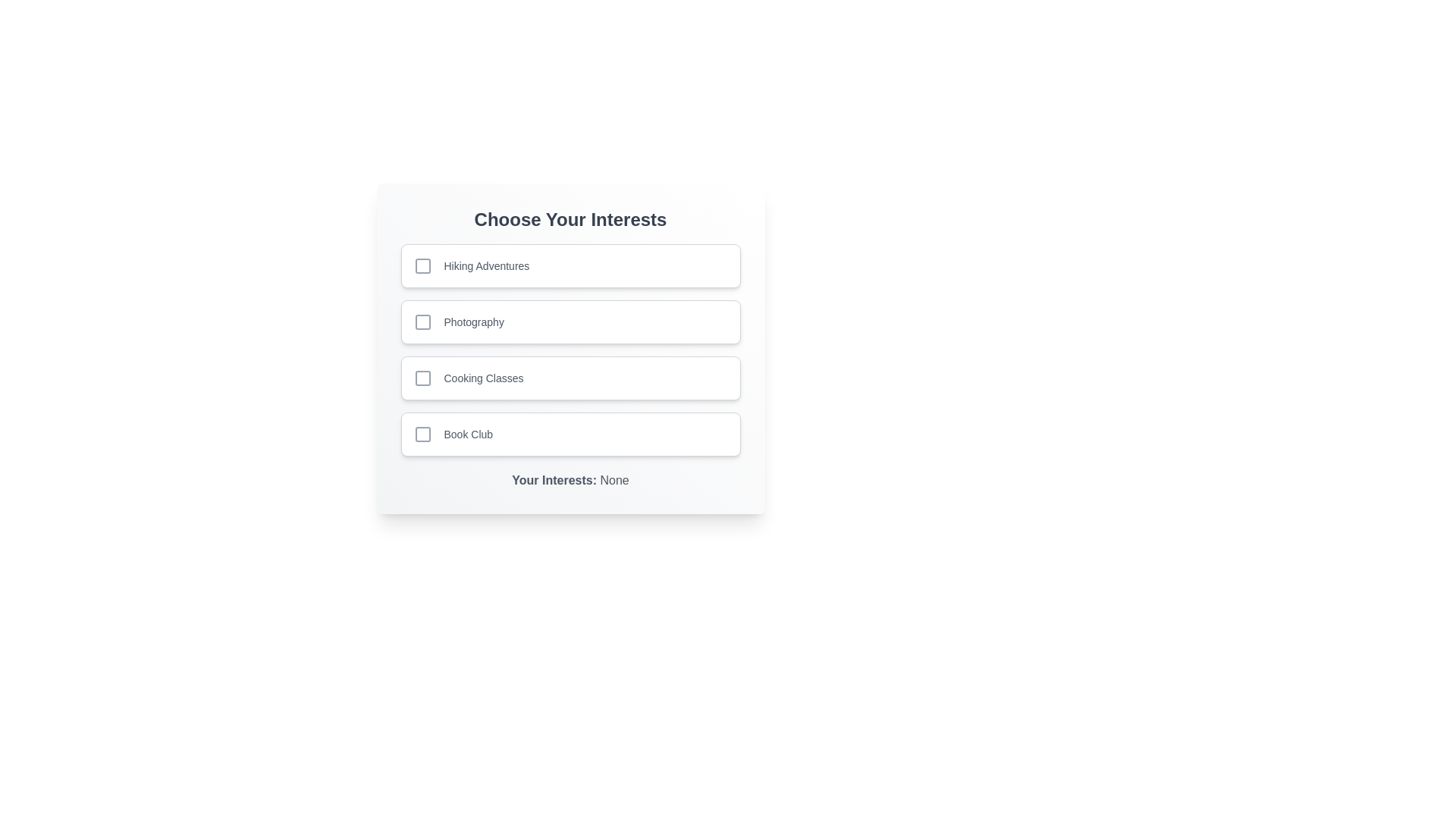  What do you see at coordinates (555, 480) in the screenshot?
I see `the text label 'Your Interests:' which is styled in bold and is located to the left of 'None' in a user feedback section` at bounding box center [555, 480].